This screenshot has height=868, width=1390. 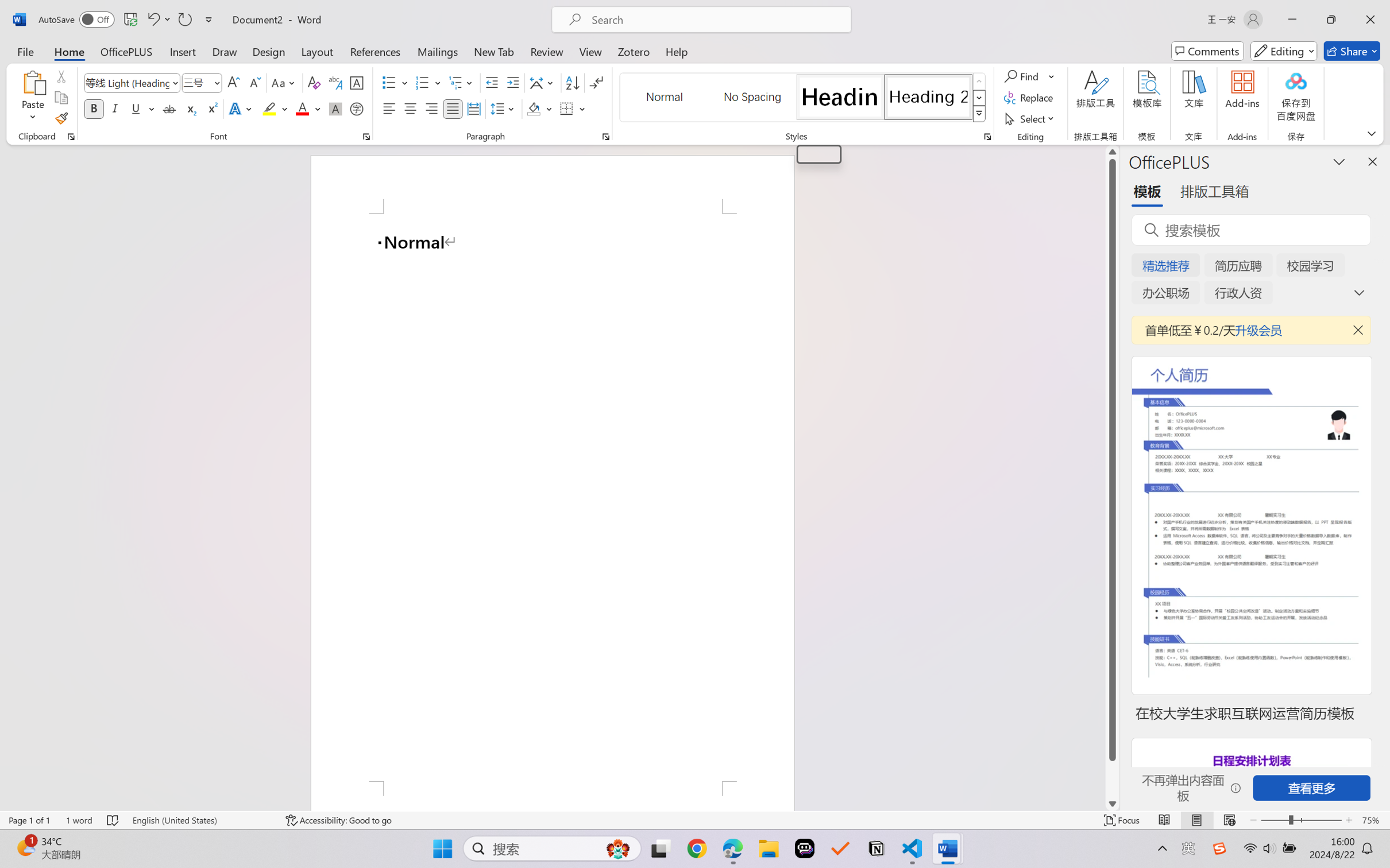 I want to click on 'Repeat Doc Close', so click(x=184, y=19).